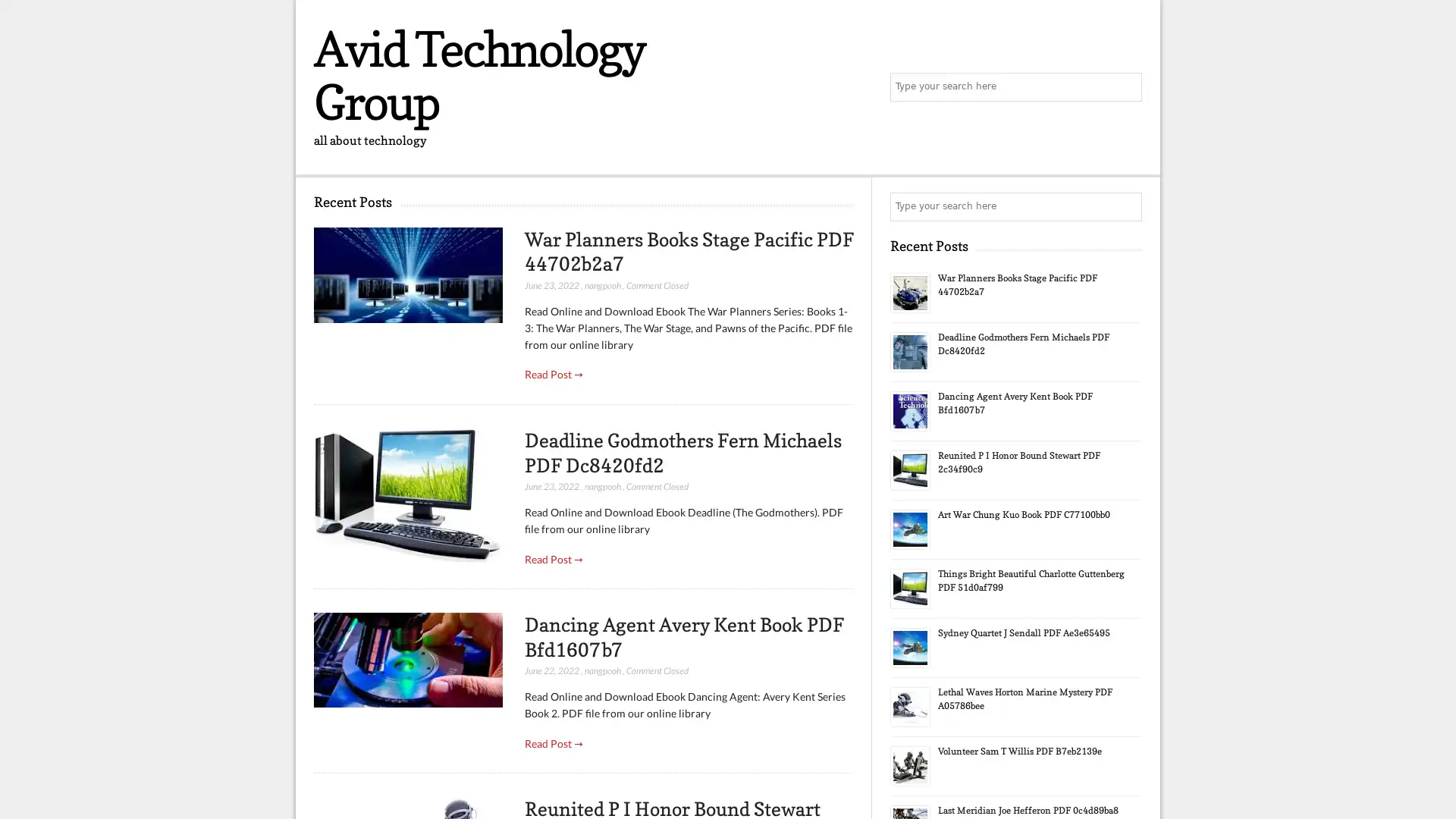 This screenshot has height=819, width=1456. I want to click on Search, so click(1126, 87).